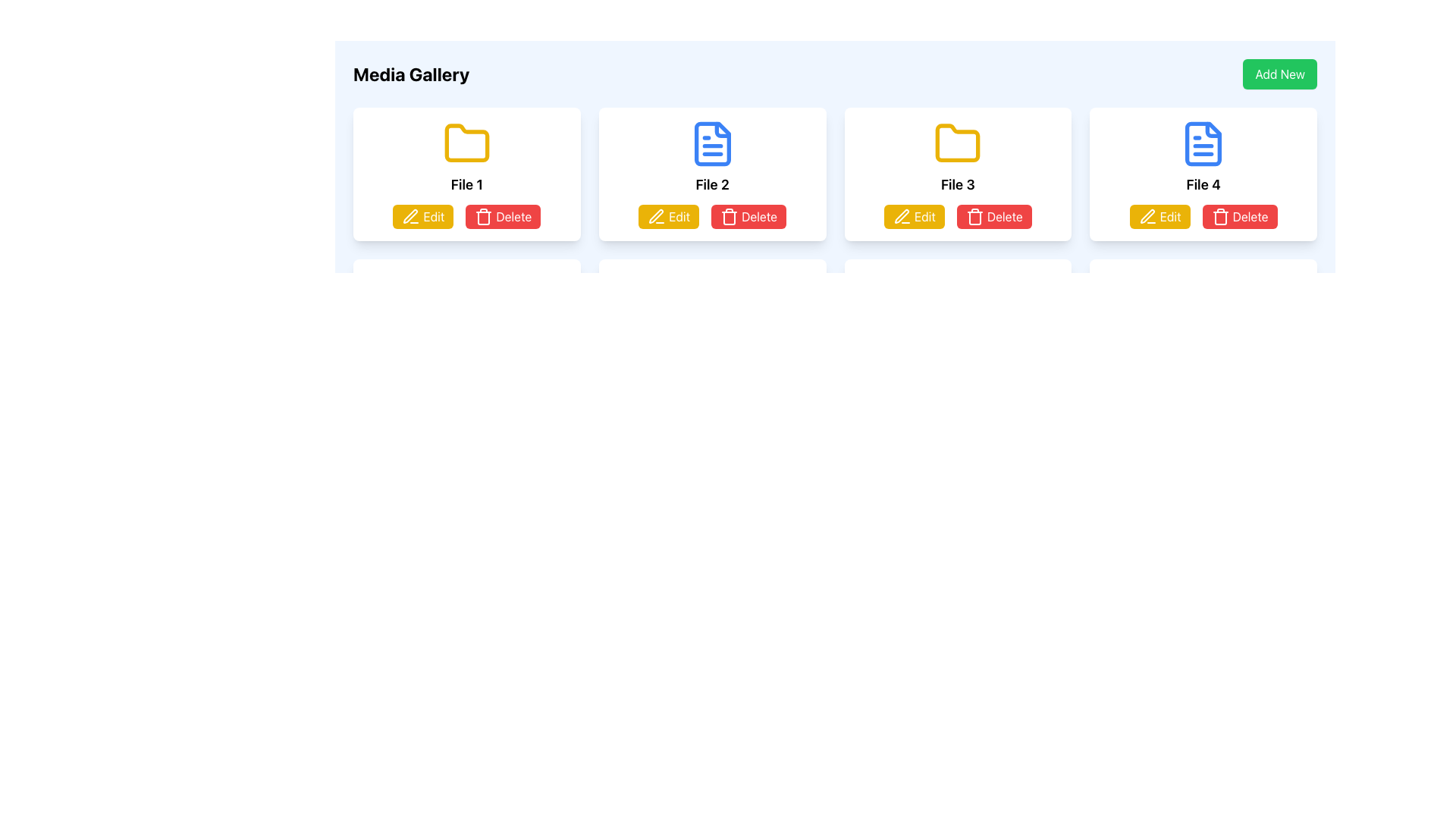  What do you see at coordinates (721, 129) in the screenshot?
I see `the top-left corner of the blue document icon within the second file entry labeled 'File 2'` at bounding box center [721, 129].